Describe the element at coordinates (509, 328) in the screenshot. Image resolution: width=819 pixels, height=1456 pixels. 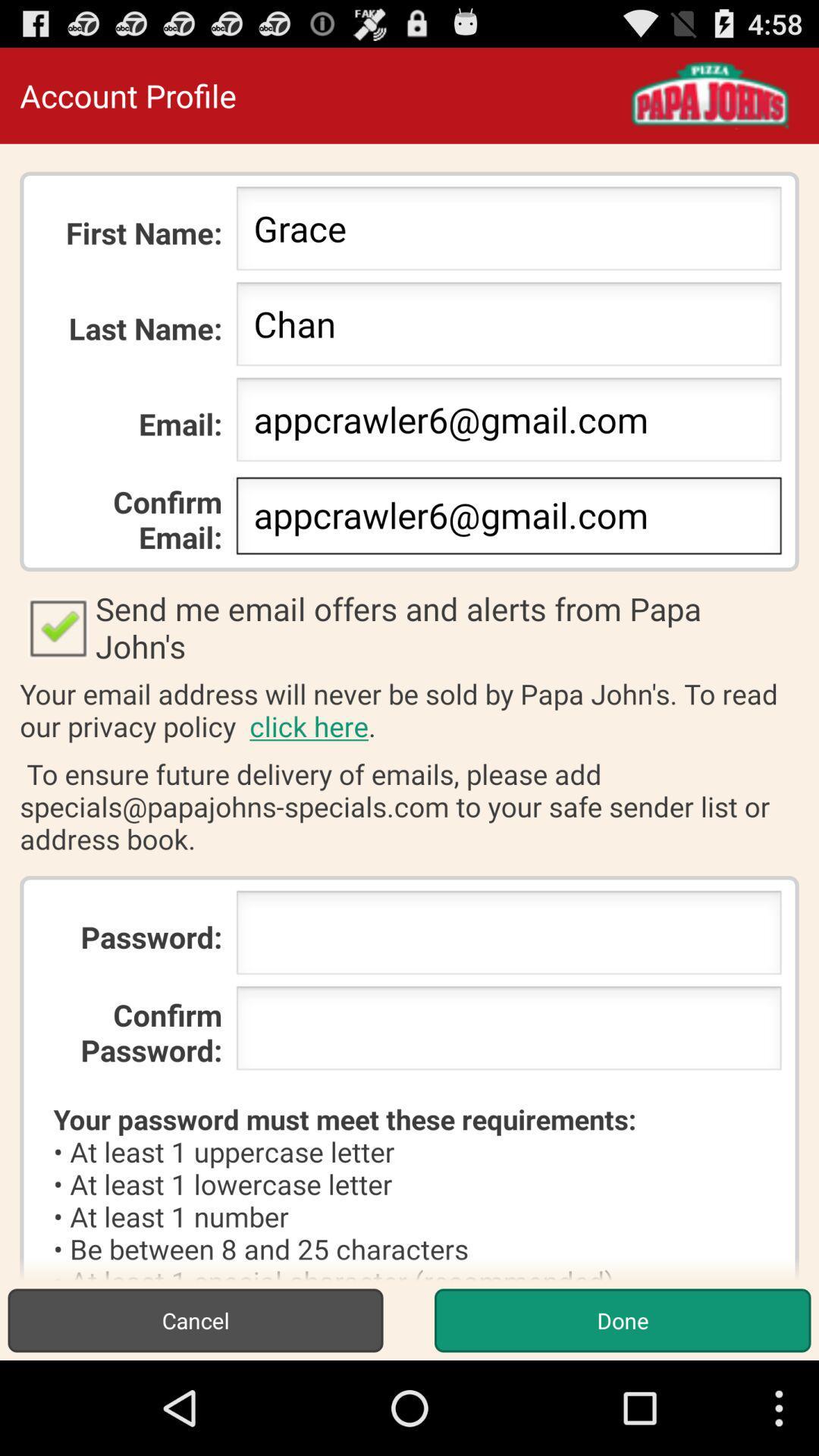
I see `the chan icon` at that location.